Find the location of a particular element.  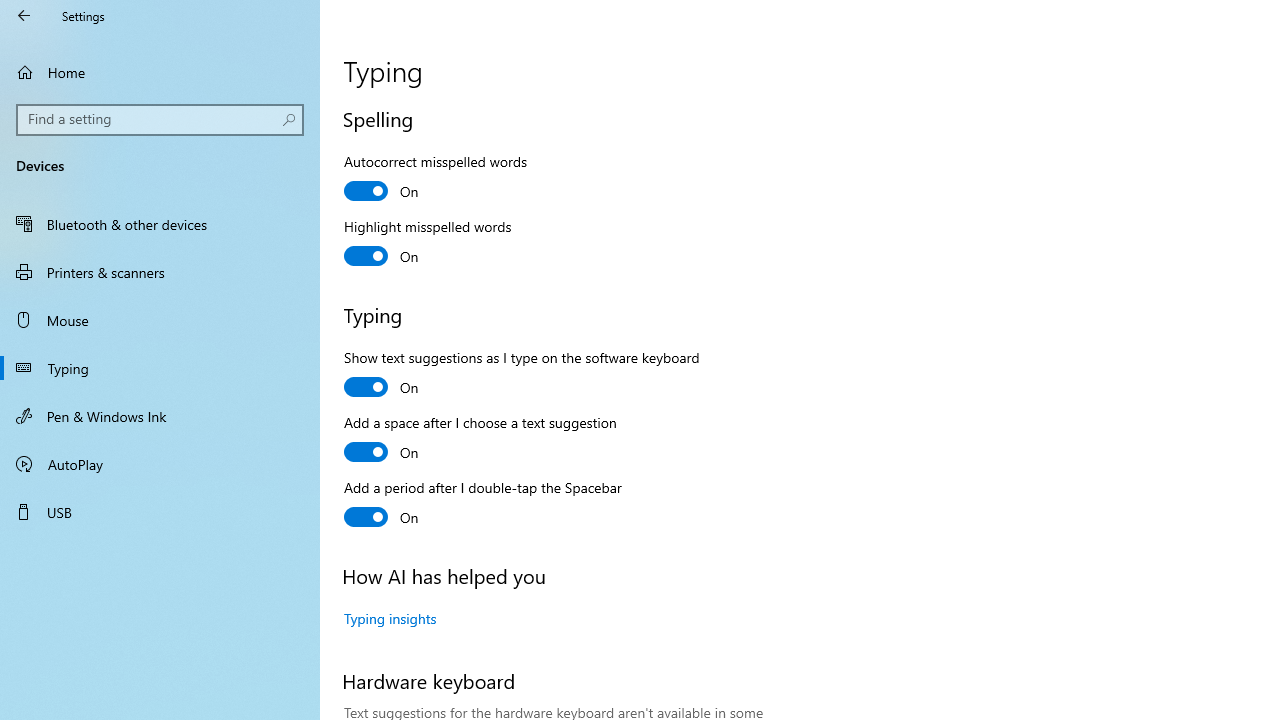

'Typing insights' is located at coordinates (390, 617).